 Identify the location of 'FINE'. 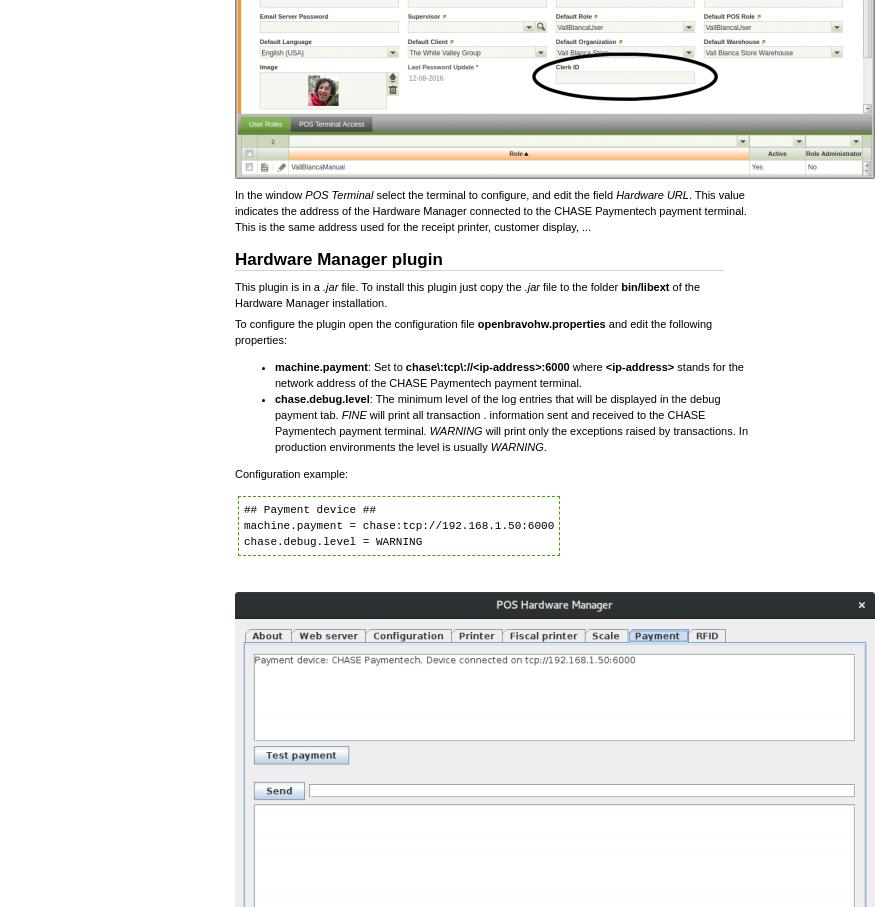
(340, 414).